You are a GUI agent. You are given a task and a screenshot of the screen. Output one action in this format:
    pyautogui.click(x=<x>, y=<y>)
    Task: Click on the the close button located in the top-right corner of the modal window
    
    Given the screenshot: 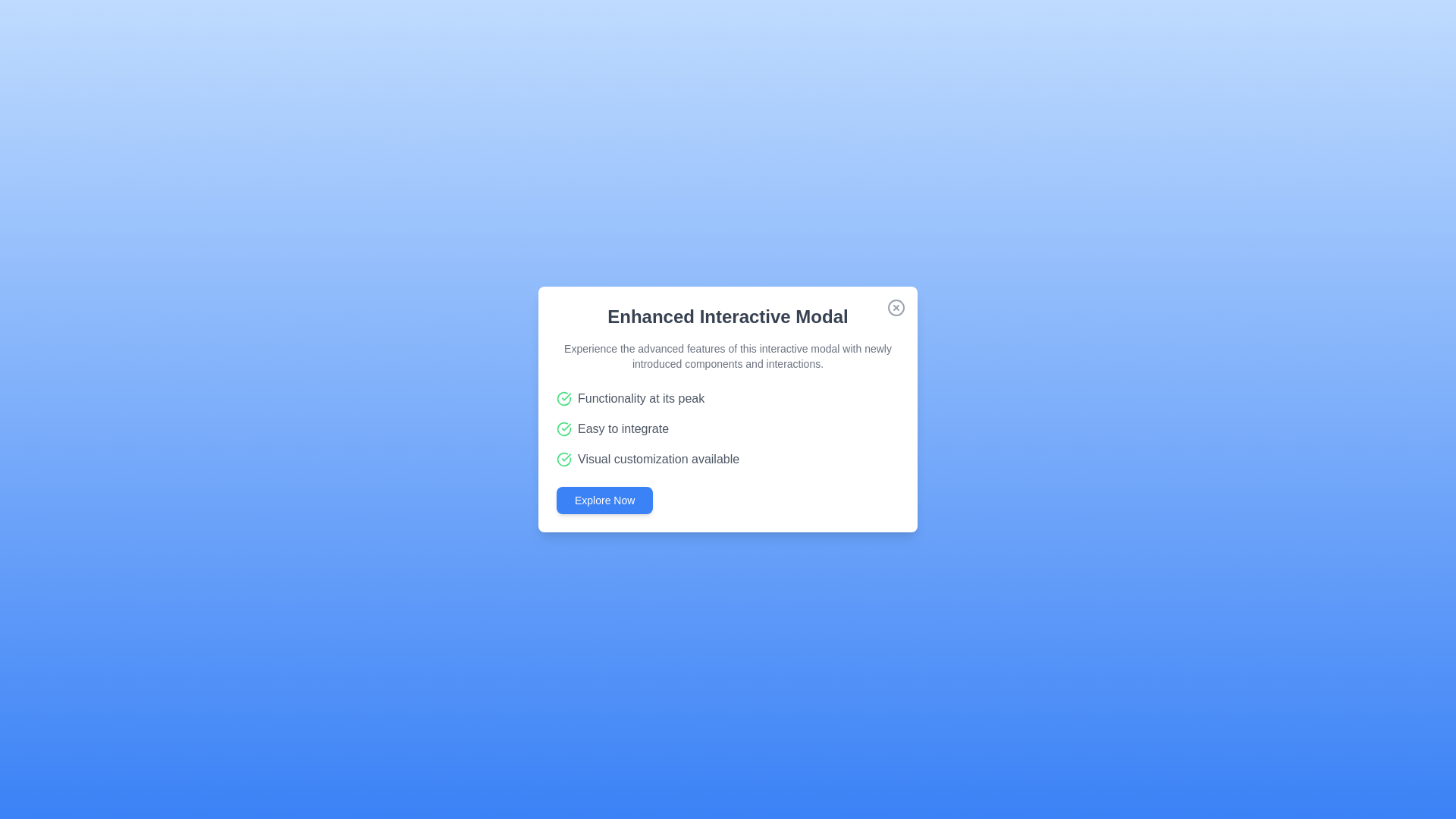 What is the action you would take?
    pyautogui.click(x=896, y=307)
    